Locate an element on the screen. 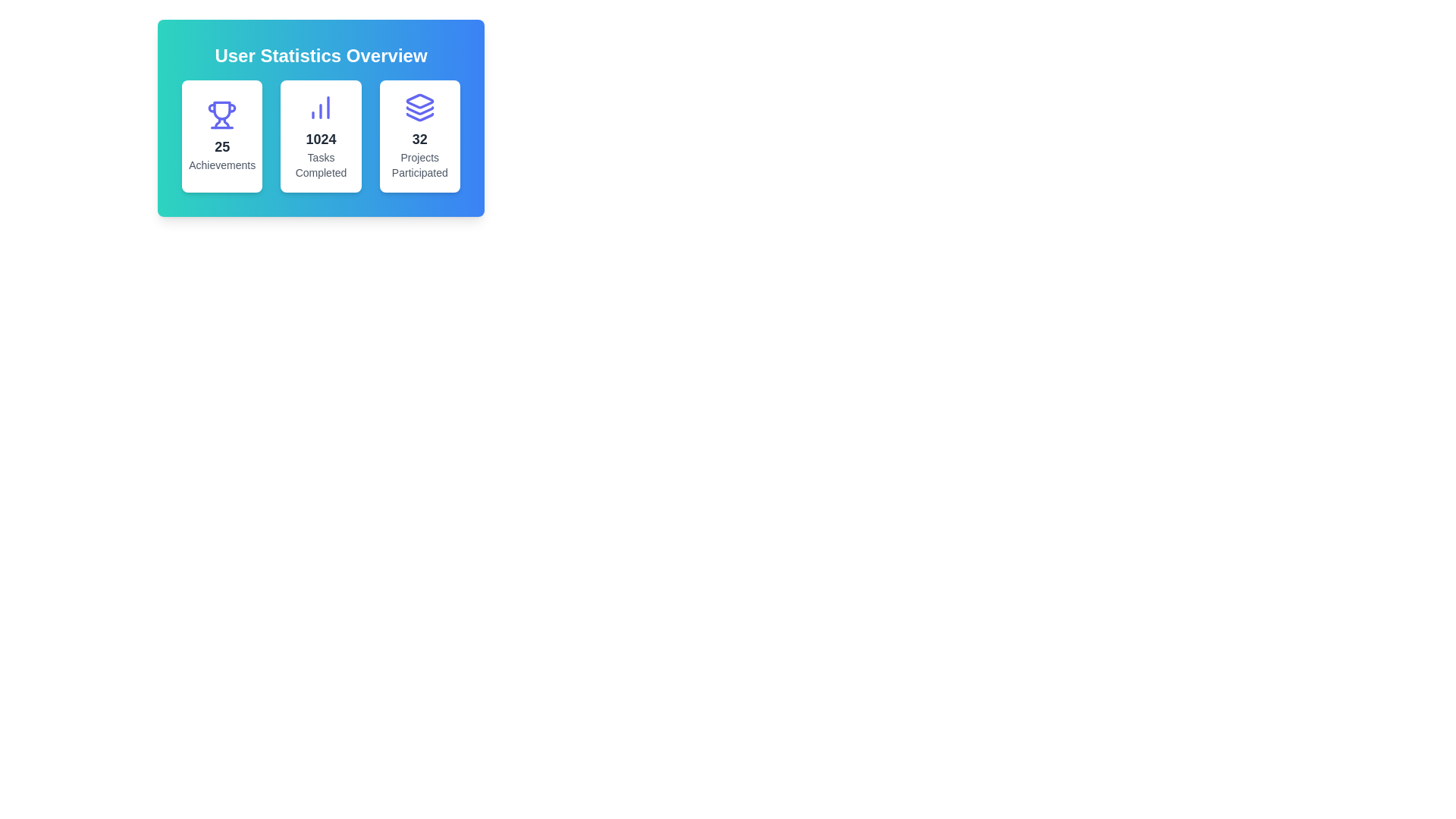 The height and width of the screenshot is (819, 1456). text label indicating the number of projects participated in, which is located inside the third card under the header 'User Statistics Overview', directly below the numeric value '32' is located at coordinates (419, 165).